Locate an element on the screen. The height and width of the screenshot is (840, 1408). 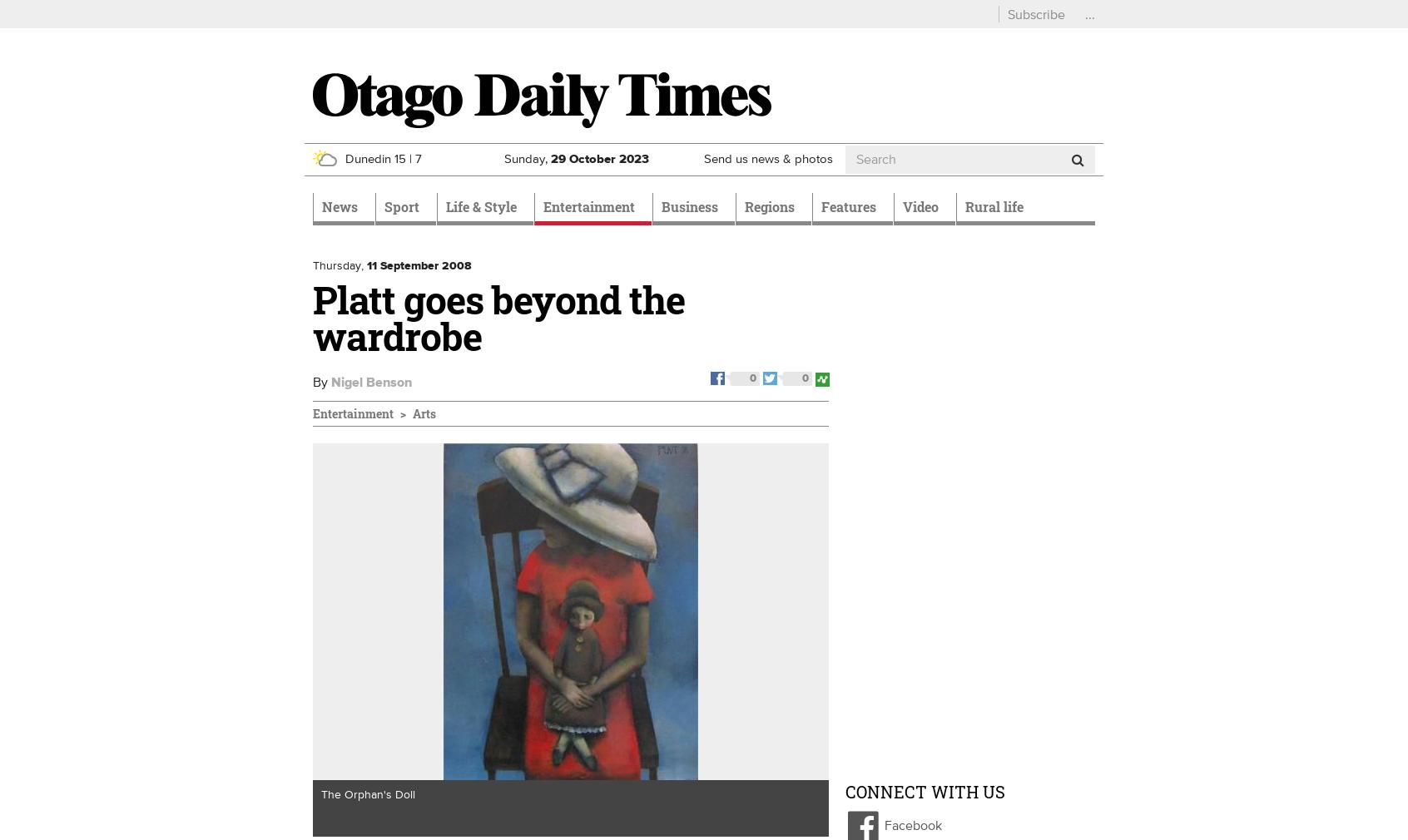
'Connect with us' is located at coordinates (924, 791).